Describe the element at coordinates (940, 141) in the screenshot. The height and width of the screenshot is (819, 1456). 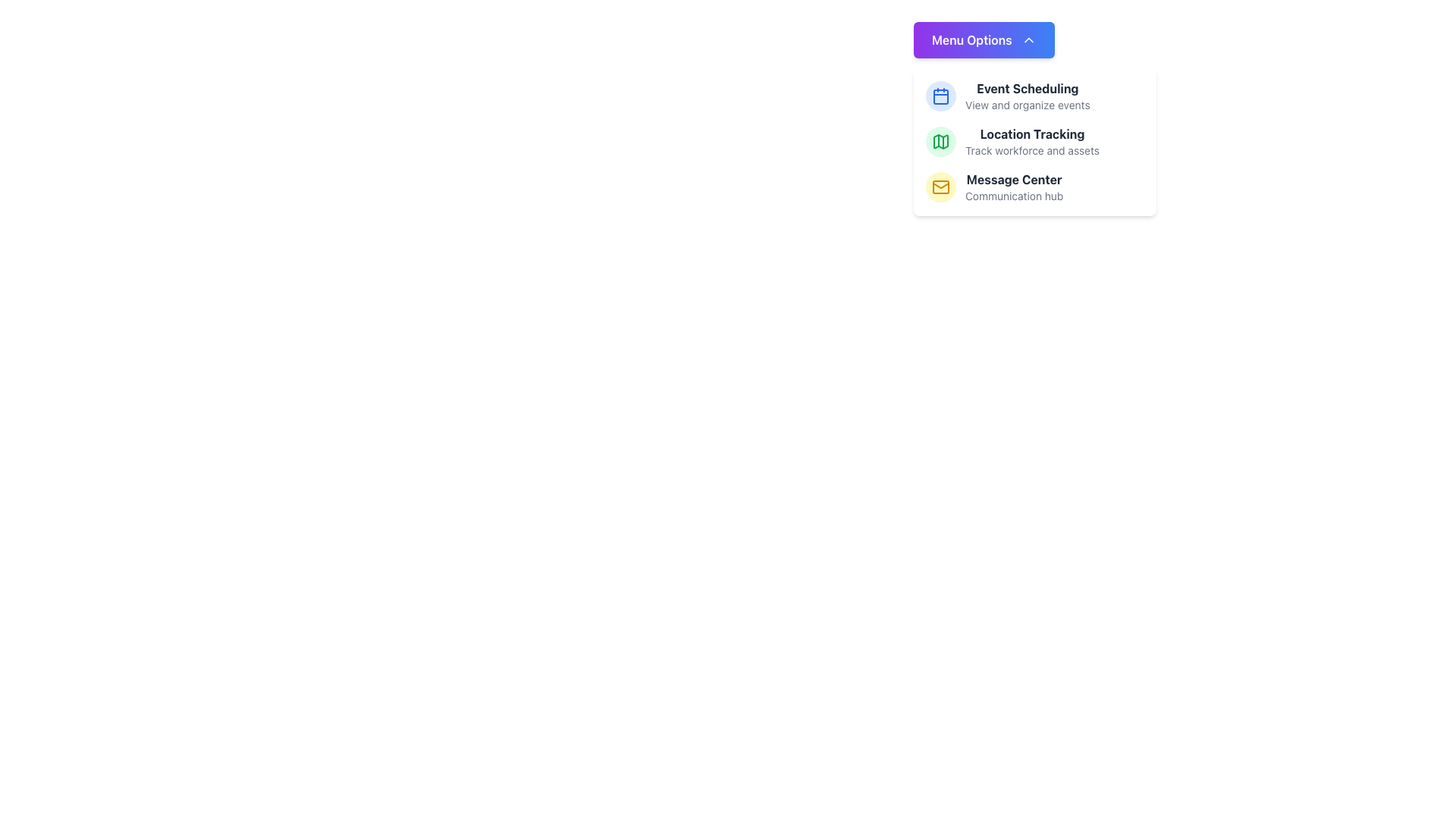
I see `the 'Location Tracking' icon in the 'Menu Options'` at that location.